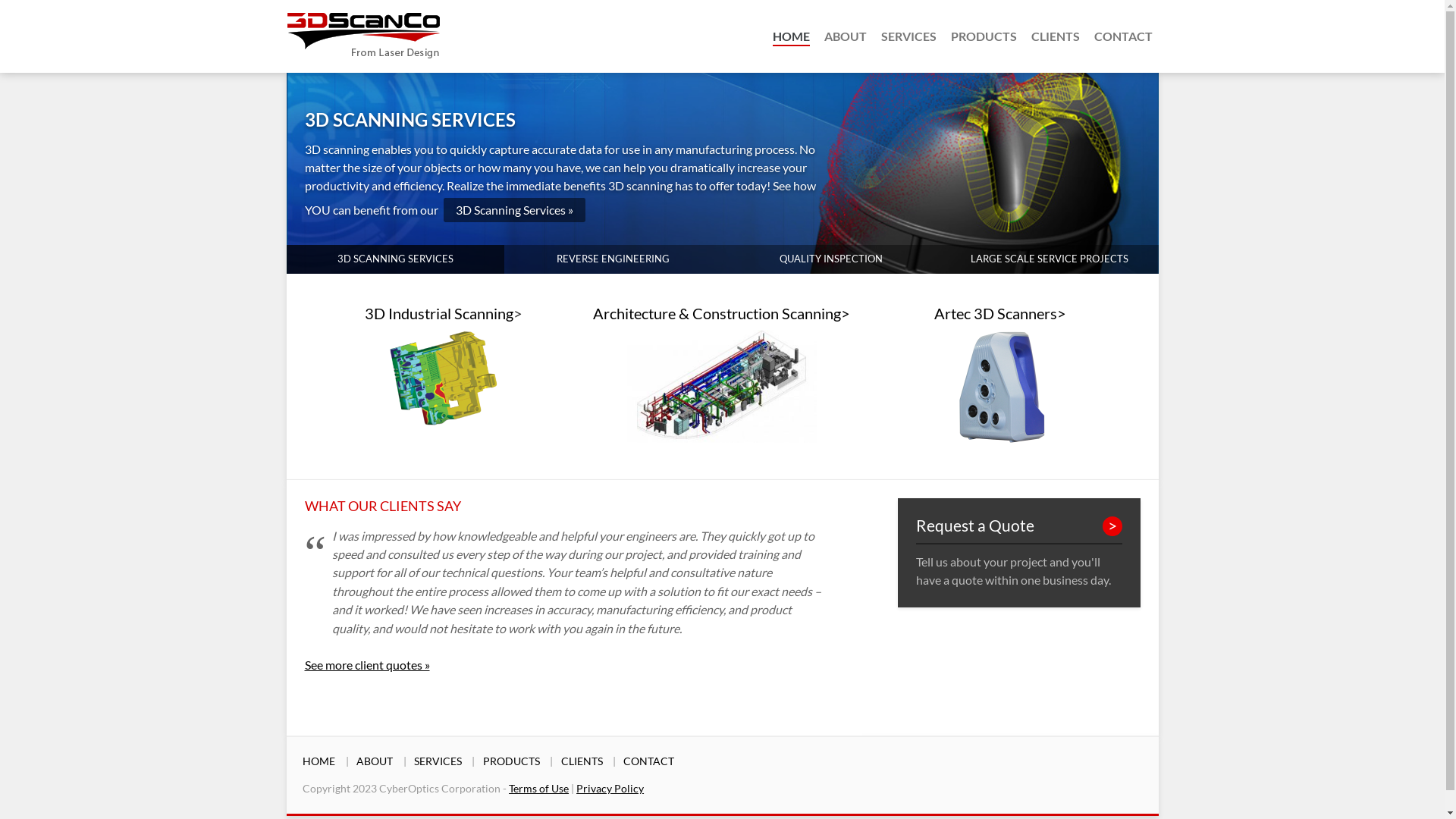  What do you see at coordinates (364, 312) in the screenshot?
I see `'3D Industrial Scanning'` at bounding box center [364, 312].